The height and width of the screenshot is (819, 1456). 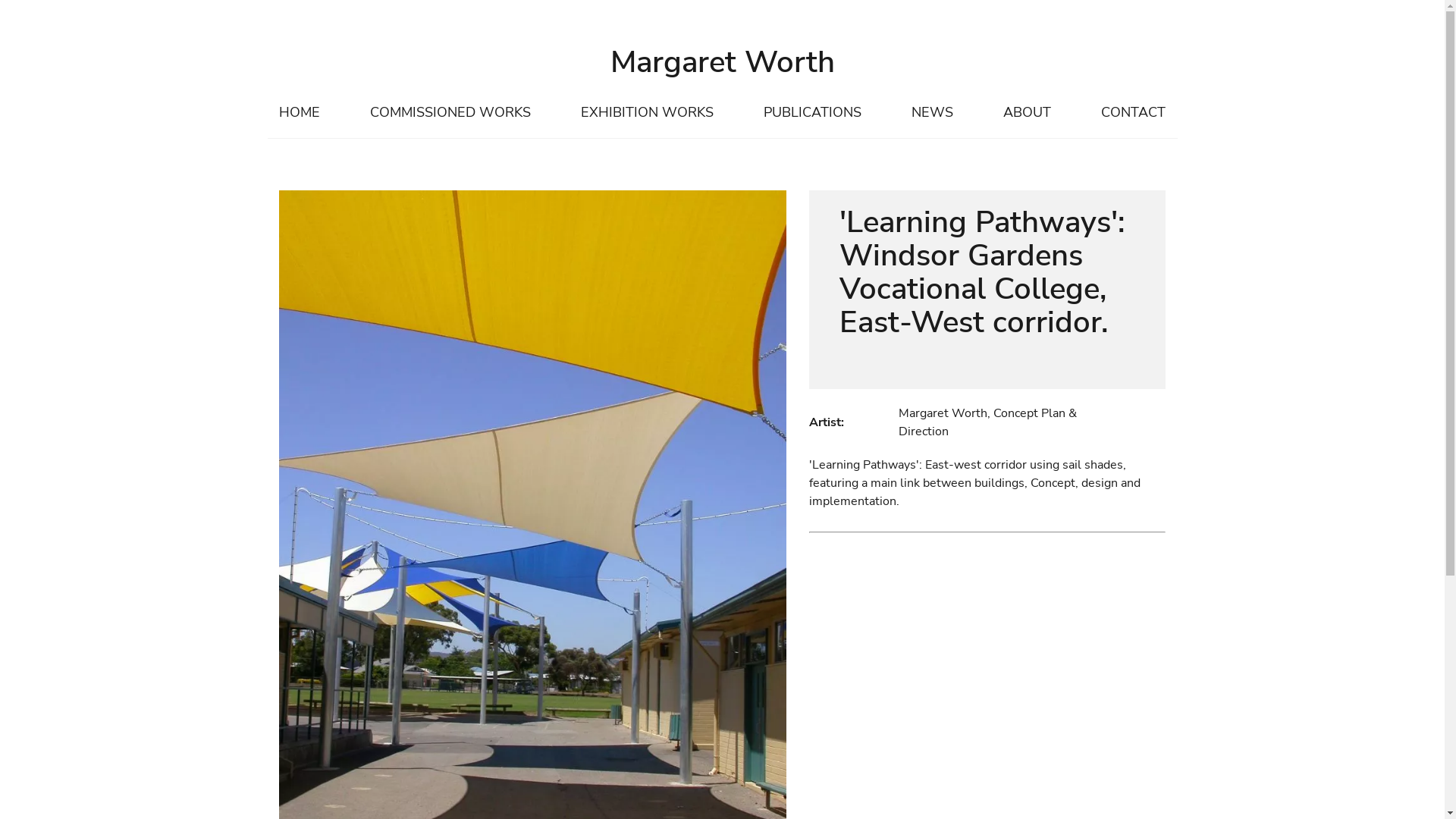 What do you see at coordinates (298, 112) in the screenshot?
I see `'HOME'` at bounding box center [298, 112].